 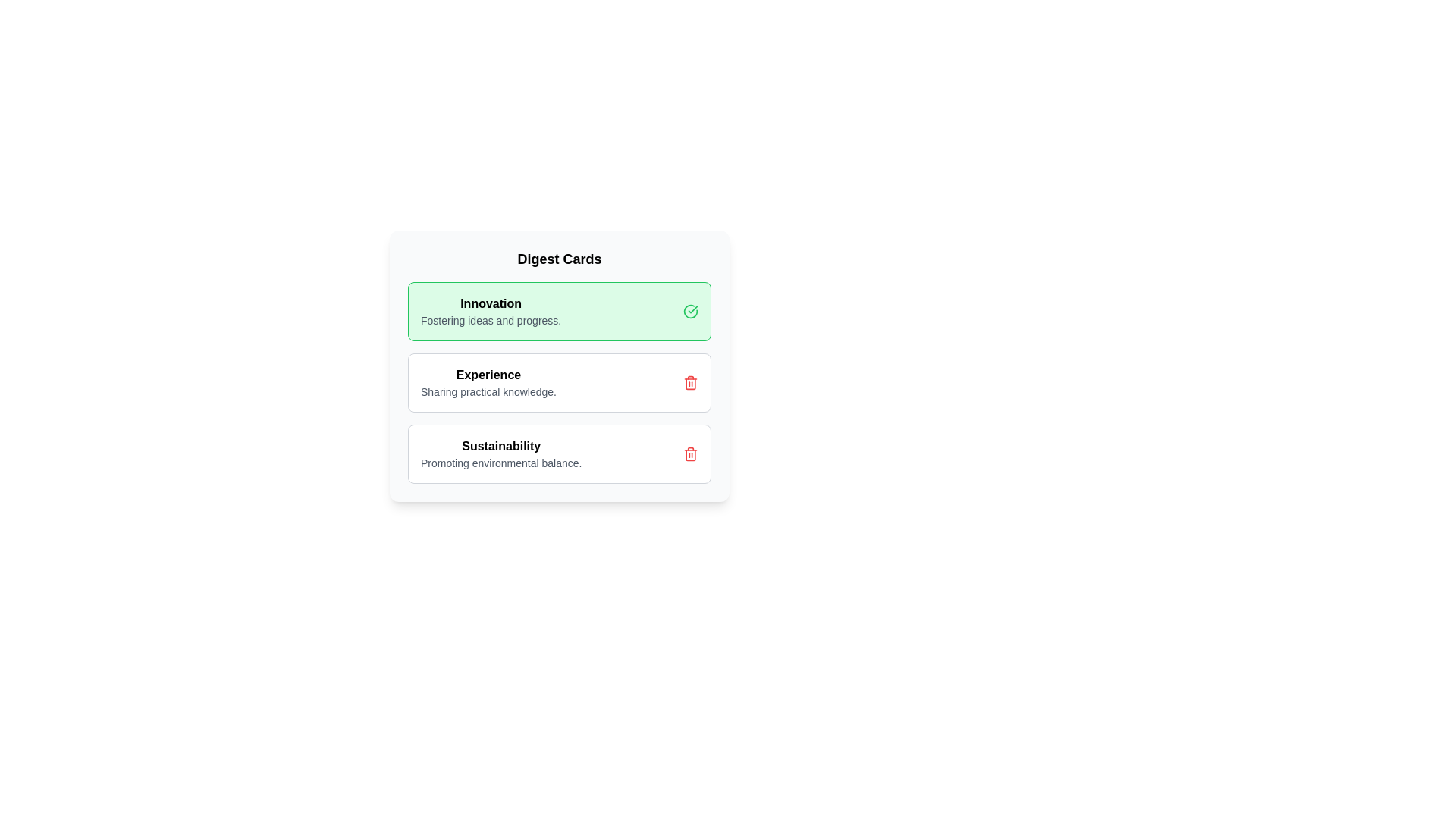 I want to click on the card titled 'Experience' to toggle its highlight state, so click(x=559, y=382).